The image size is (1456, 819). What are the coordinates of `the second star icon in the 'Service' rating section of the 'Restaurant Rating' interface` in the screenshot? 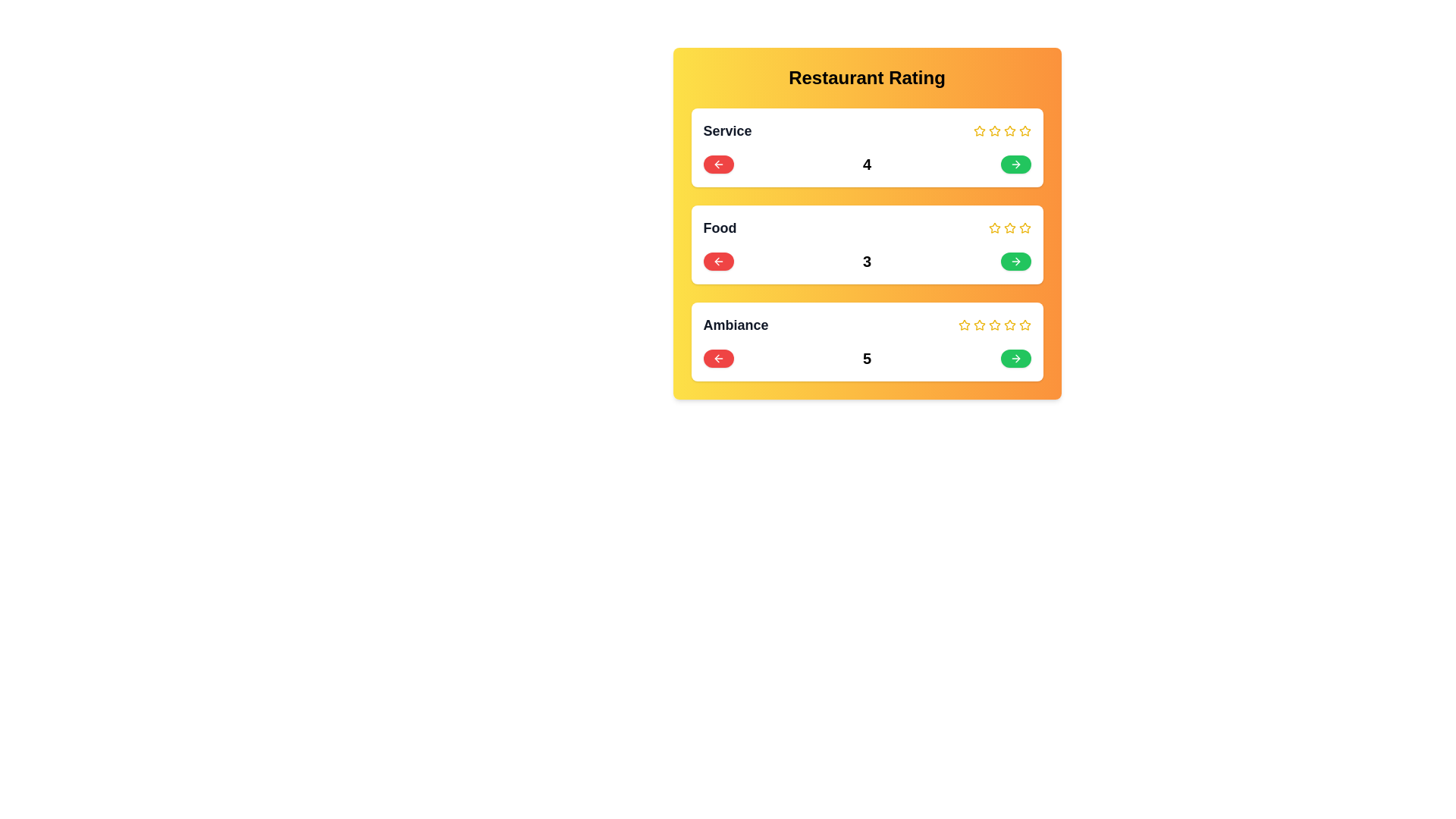 It's located at (994, 130).